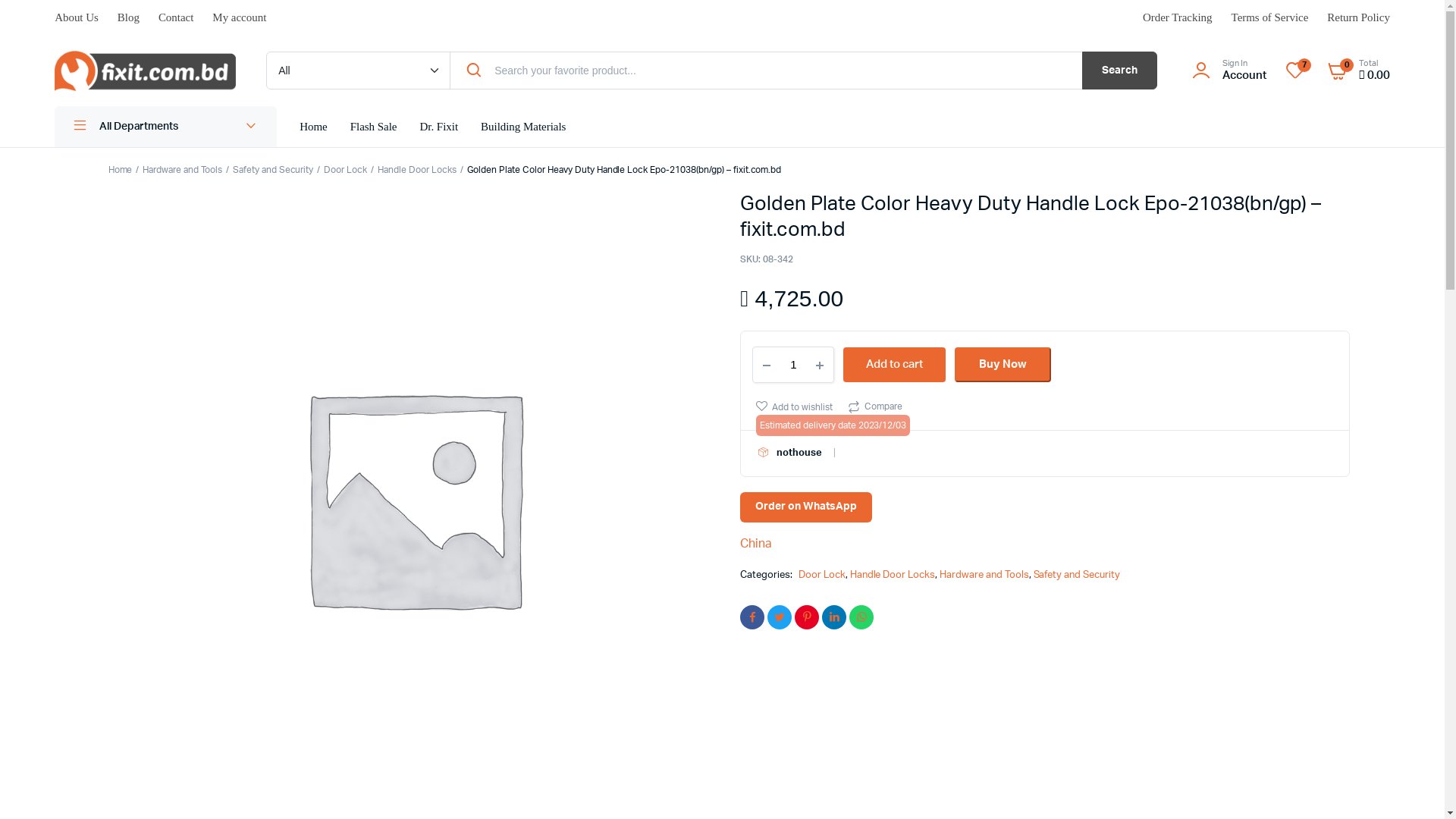 The height and width of the screenshot is (819, 1456). What do you see at coordinates (1119, 70) in the screenshot?
I see `'Search'` at bounding box center [1119, 70].